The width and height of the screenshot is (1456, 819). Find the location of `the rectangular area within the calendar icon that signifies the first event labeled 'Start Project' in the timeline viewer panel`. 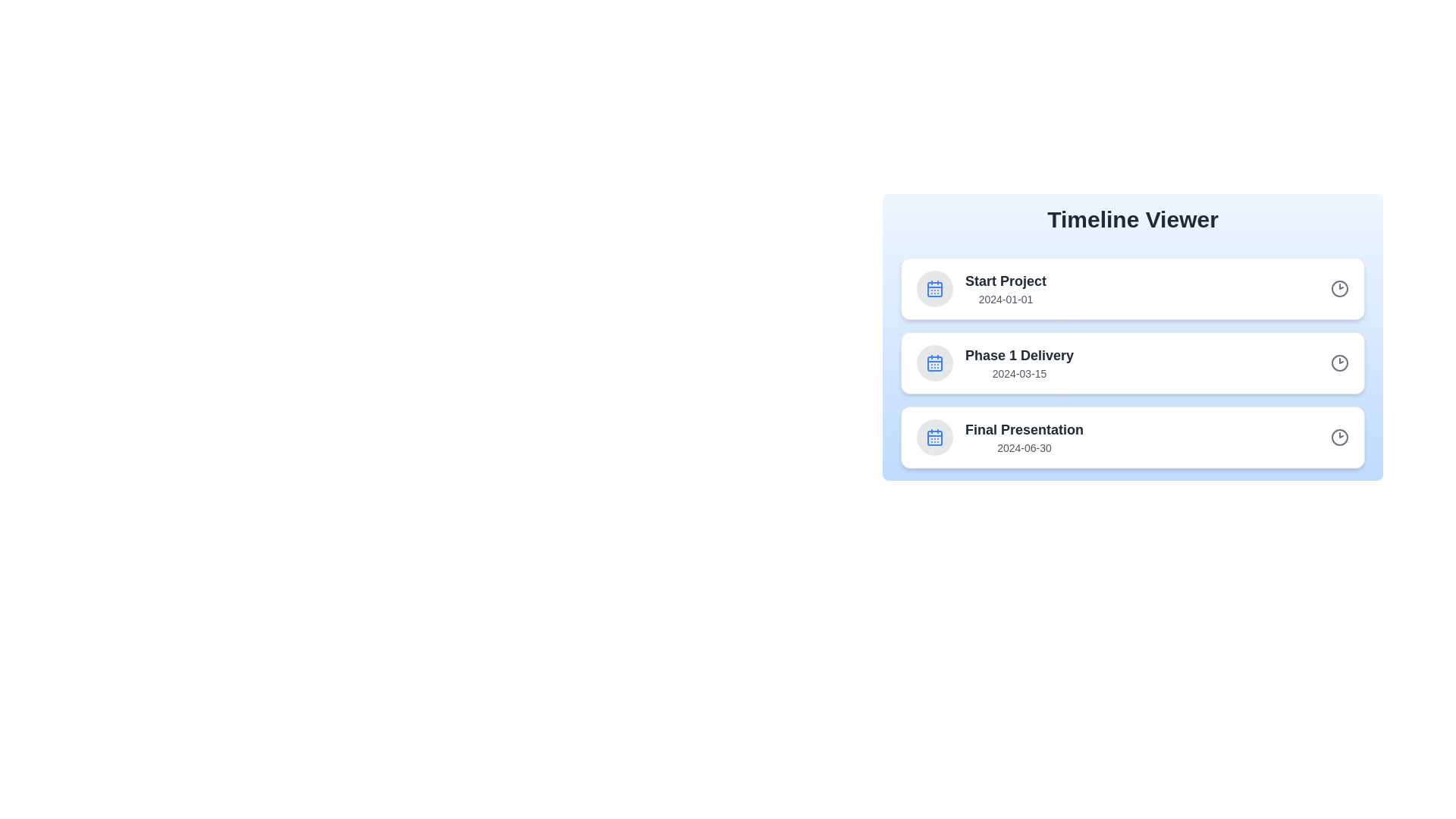

the rectangular area within the calendar icon that signifies the first event labeled 'Start Project' in the timeline viewer panel is located at coordinates (934, 289).